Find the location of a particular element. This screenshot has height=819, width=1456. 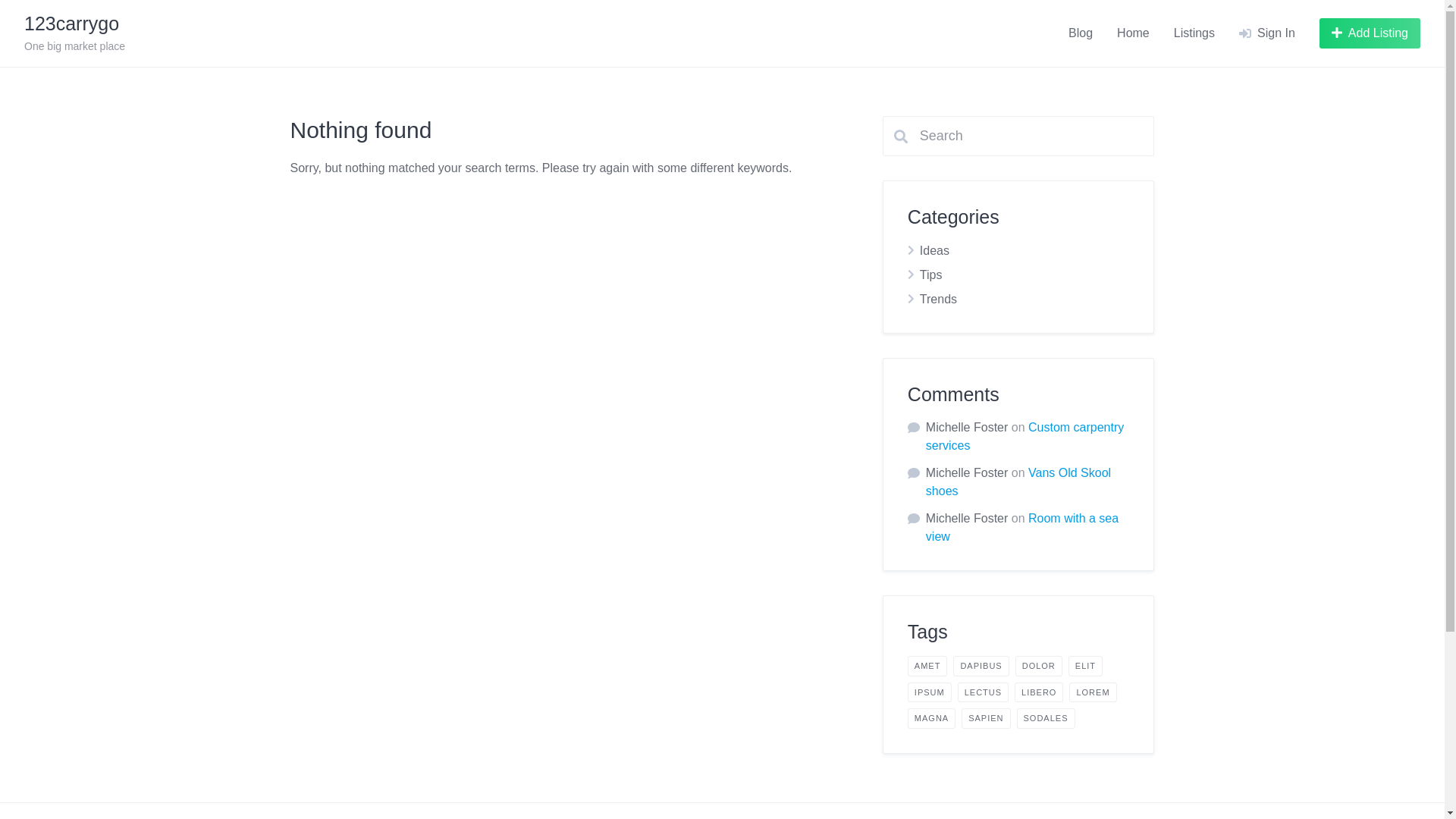

'Add Listing' is located at coordinates (1370, 33).